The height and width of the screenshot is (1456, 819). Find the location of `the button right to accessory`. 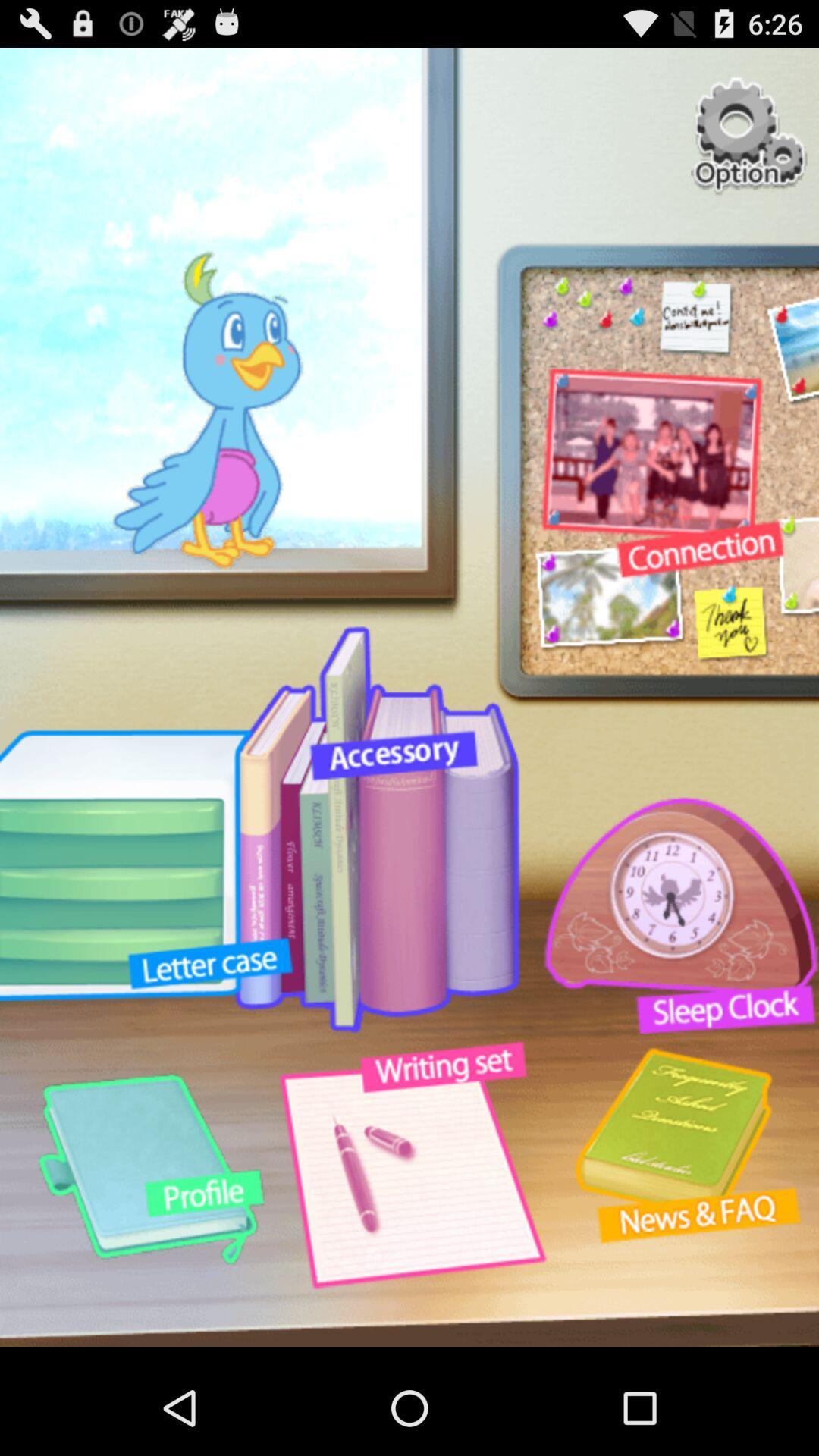

the button right to accessory is located at coordinates (671, 915).